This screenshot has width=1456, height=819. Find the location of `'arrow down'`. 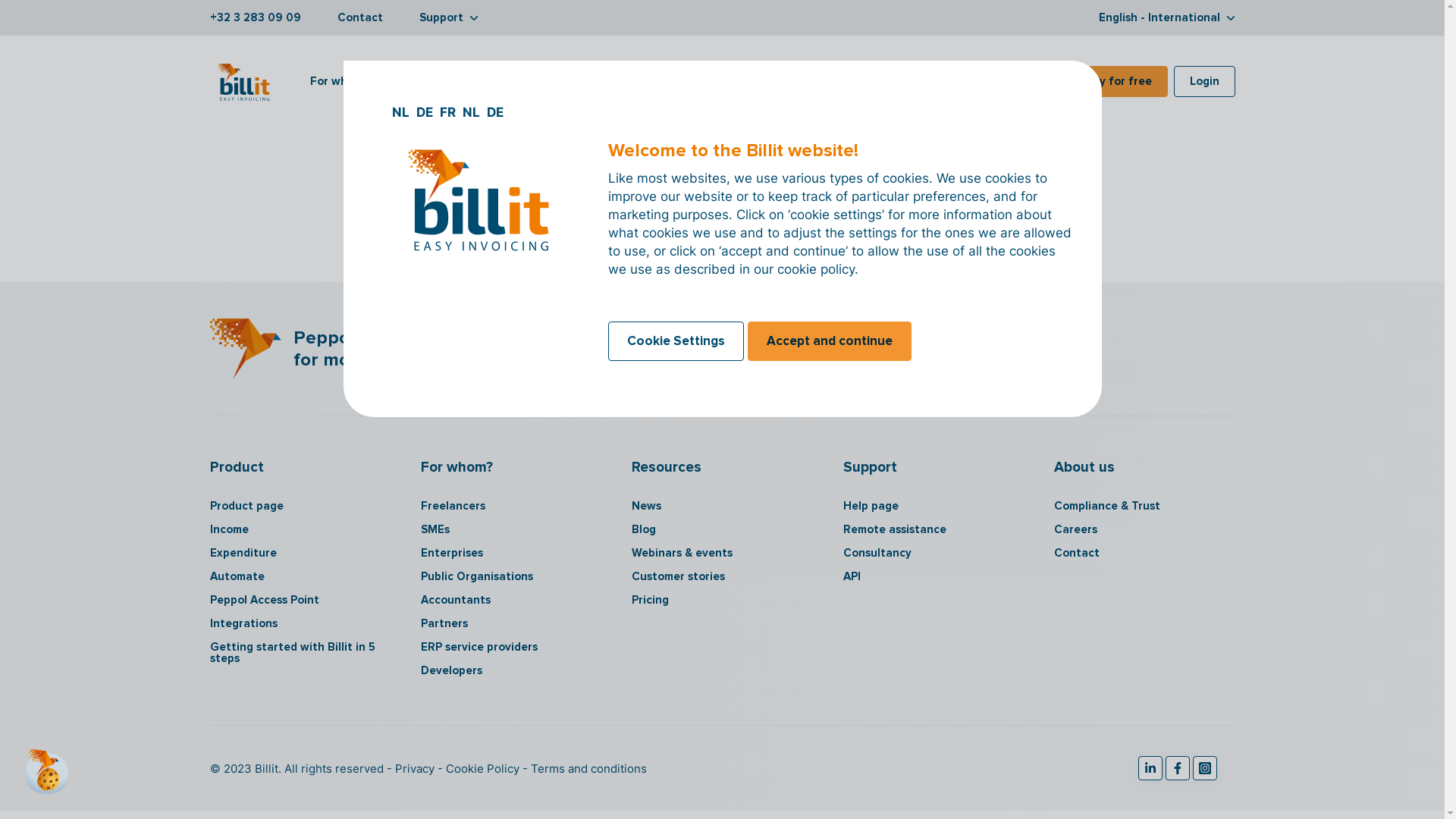

'arrow down' is located at coordinates (472, 17).